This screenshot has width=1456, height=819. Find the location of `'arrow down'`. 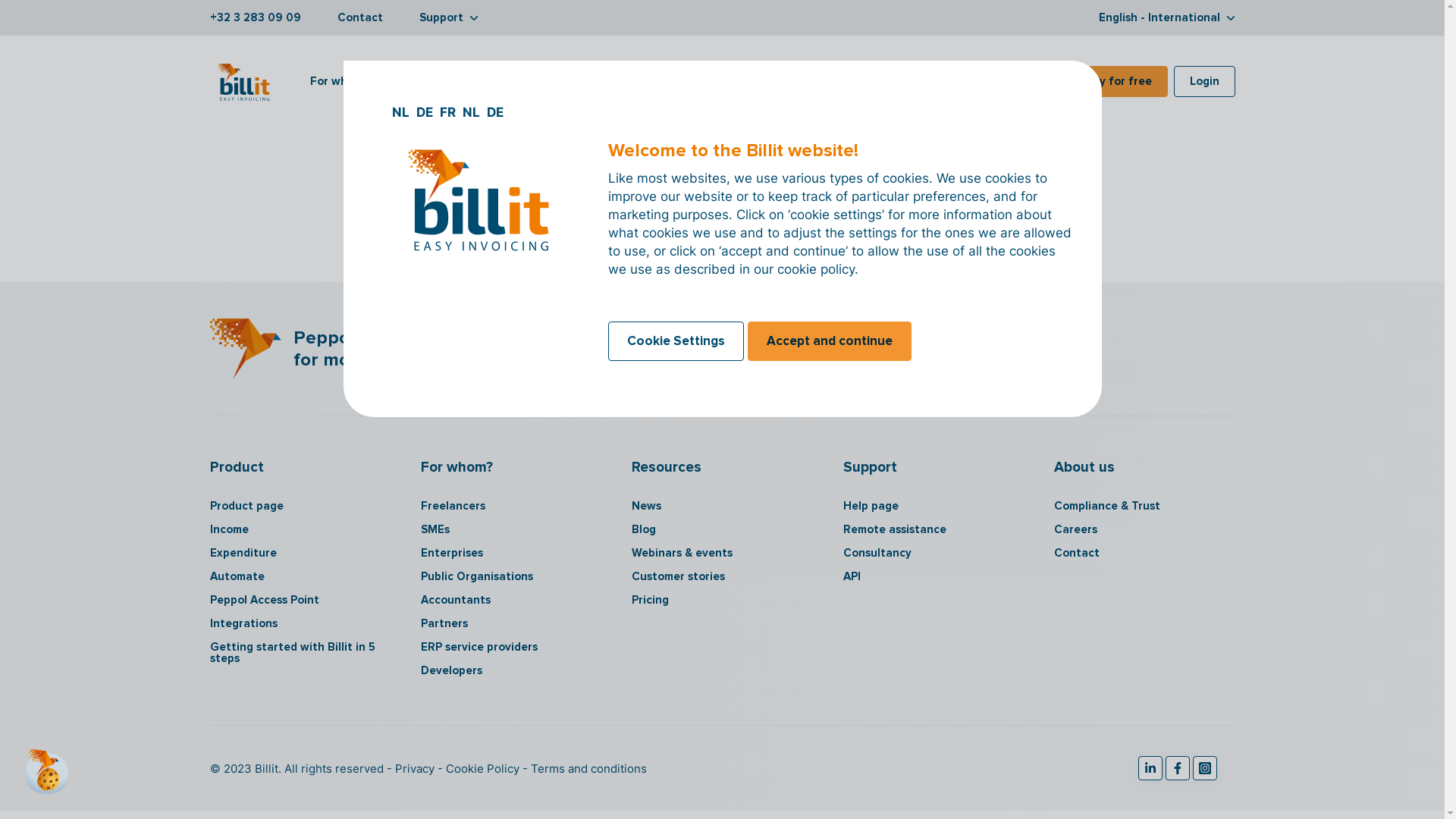

'arrow down' is located at coordinates (472, 17).